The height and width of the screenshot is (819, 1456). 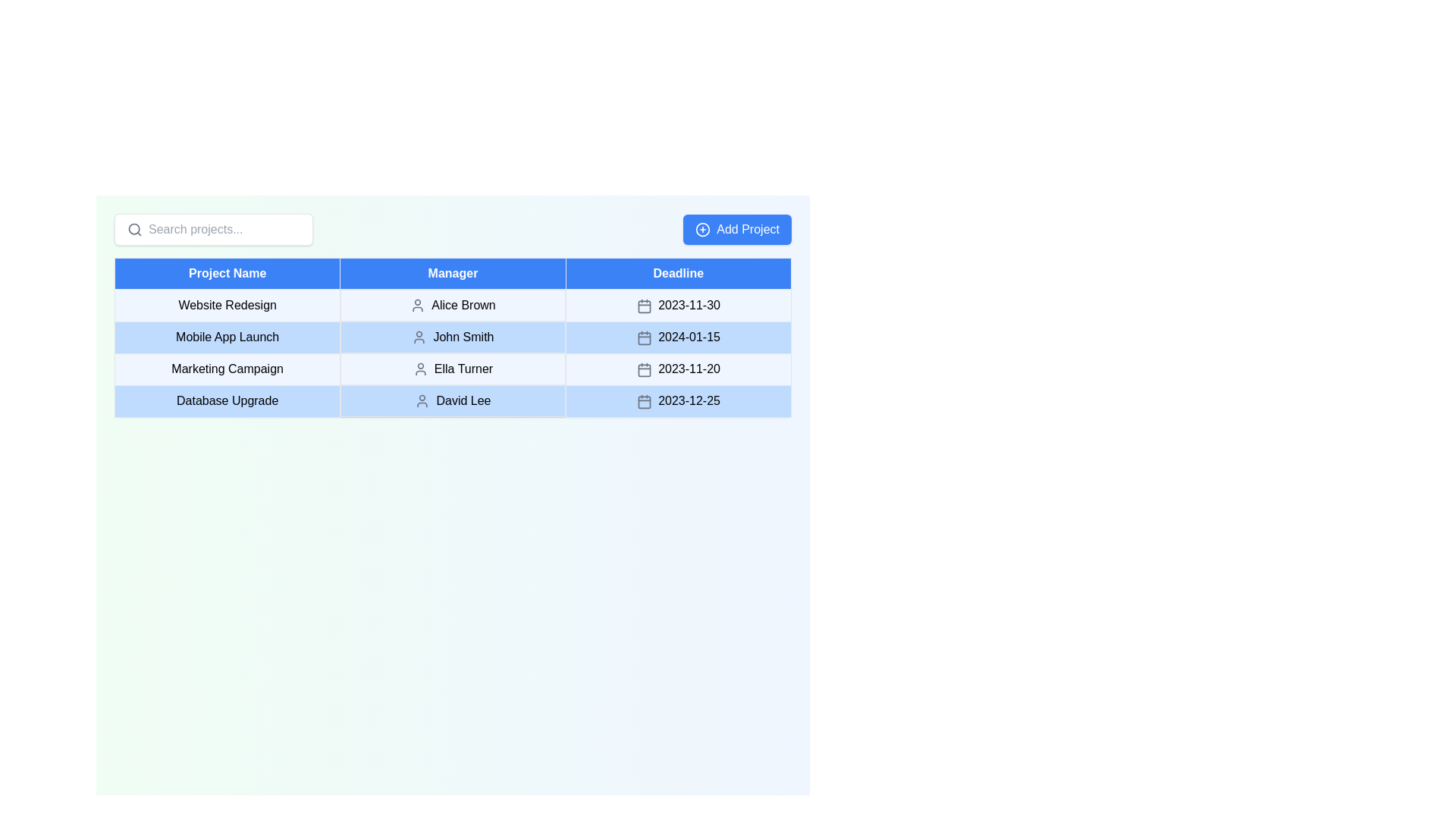 I want to click on the date text label '2024-01-15' in the Deadline column of the table for the project 'Mobile App Launch' managed by 'John Smith', so click(x=677, y=336).